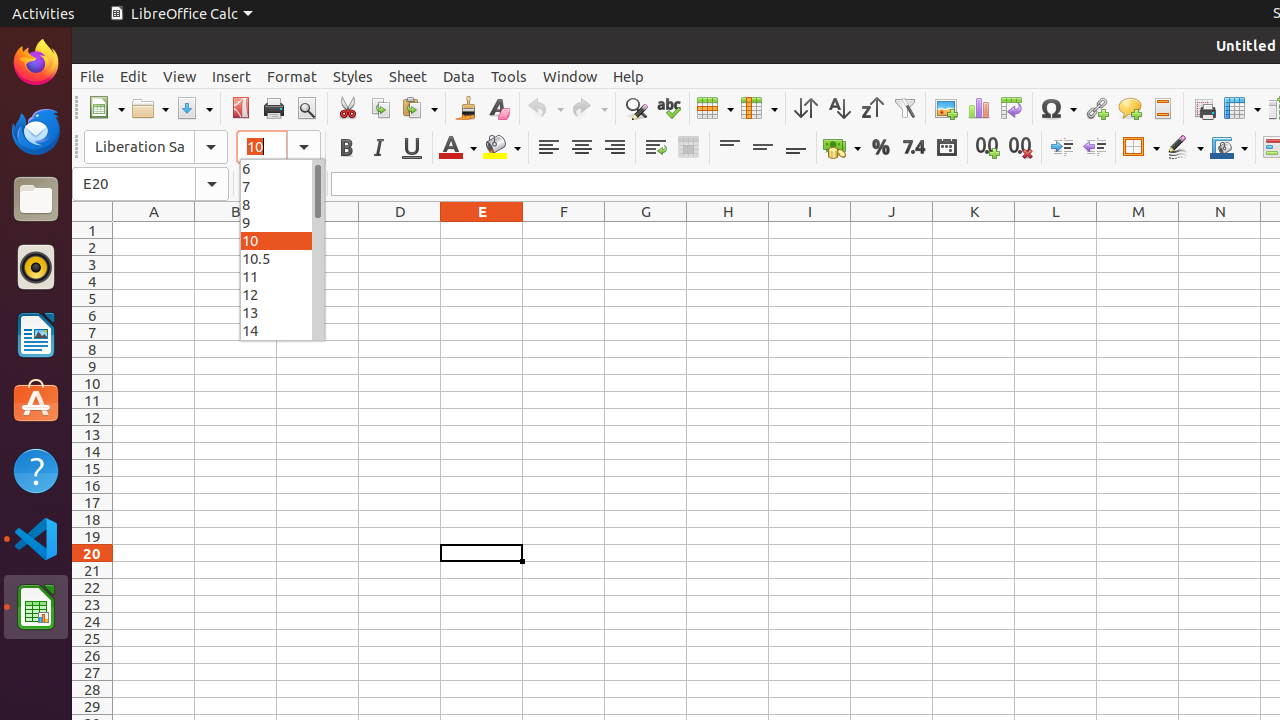  What do you see at coordinates (305, 108) in the screenshot?
I see `'Print Preview'` at bounding box center [305, 108].